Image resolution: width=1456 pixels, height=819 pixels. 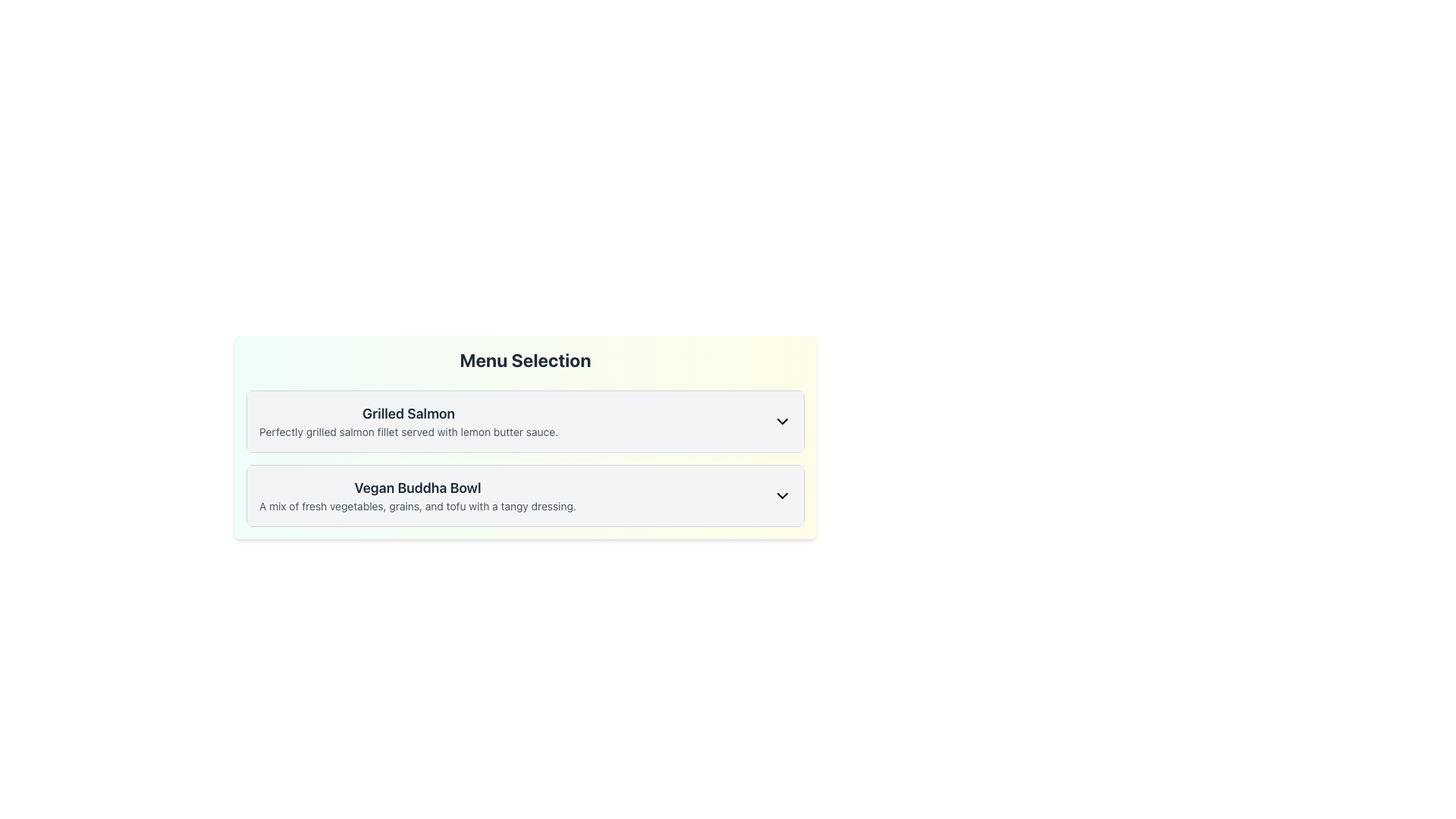 I want to click on the Text Label that provides a description of the 'Grilled Salmon' dish, which is located under the heading 'Grilled Salmon.', so click(x=409, y=432).